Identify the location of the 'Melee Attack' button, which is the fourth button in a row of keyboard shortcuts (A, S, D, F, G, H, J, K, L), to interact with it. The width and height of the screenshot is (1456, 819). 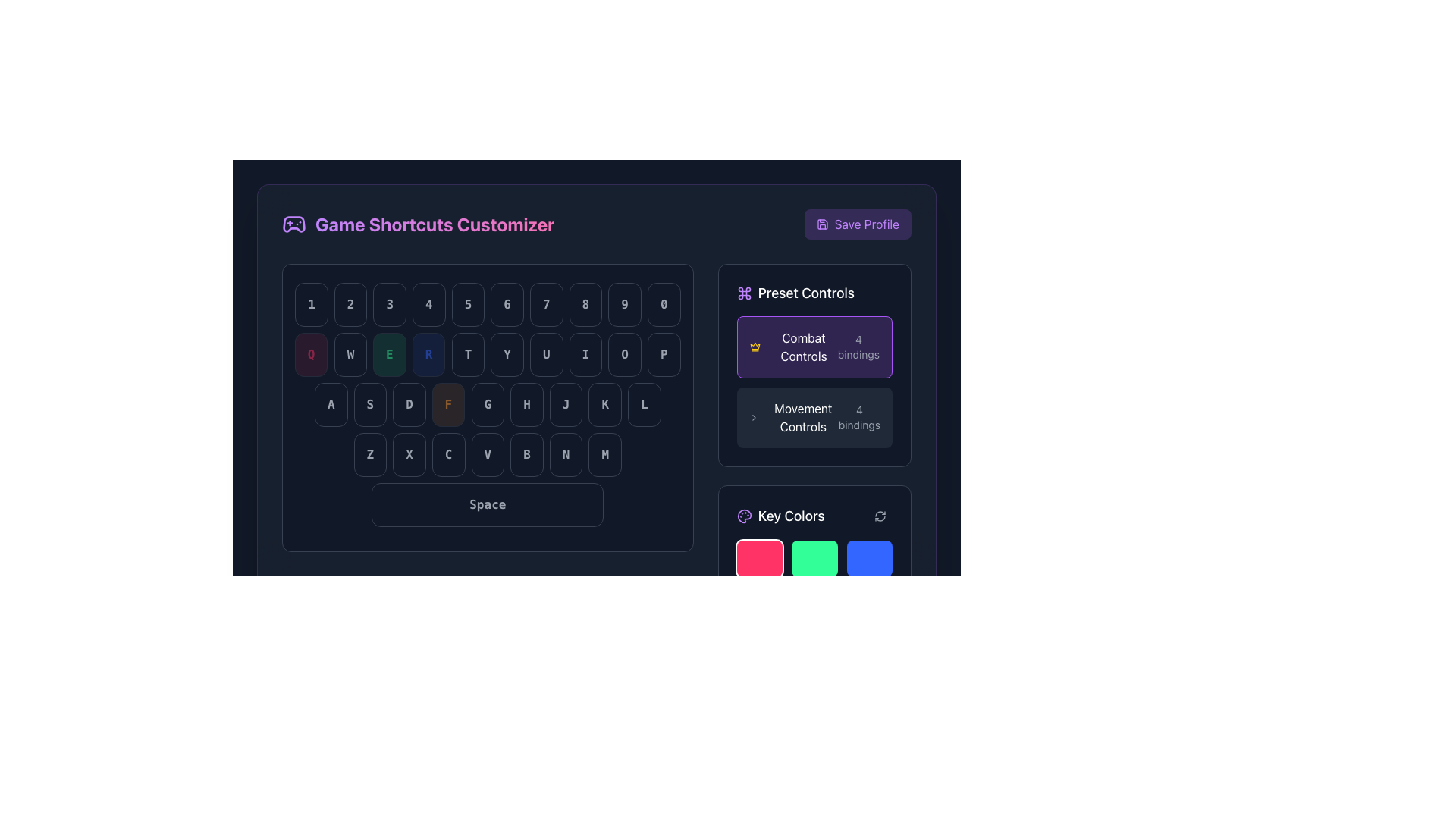
(488, 403).